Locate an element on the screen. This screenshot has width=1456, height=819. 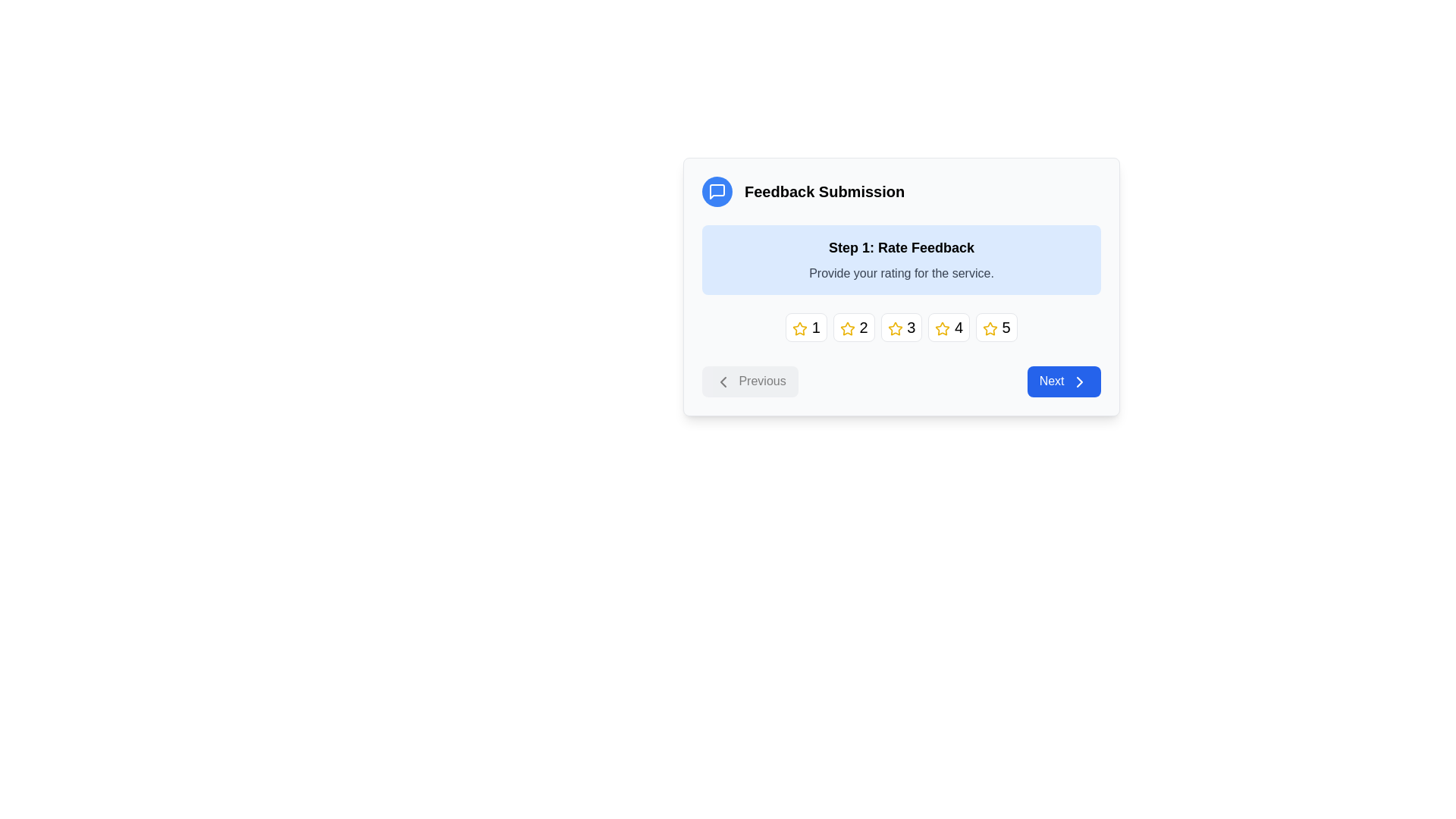
the button labeled '4', which is styled as a rounded rectangle with a white background and a light blue hover effect is located at coordinates (948, 327).